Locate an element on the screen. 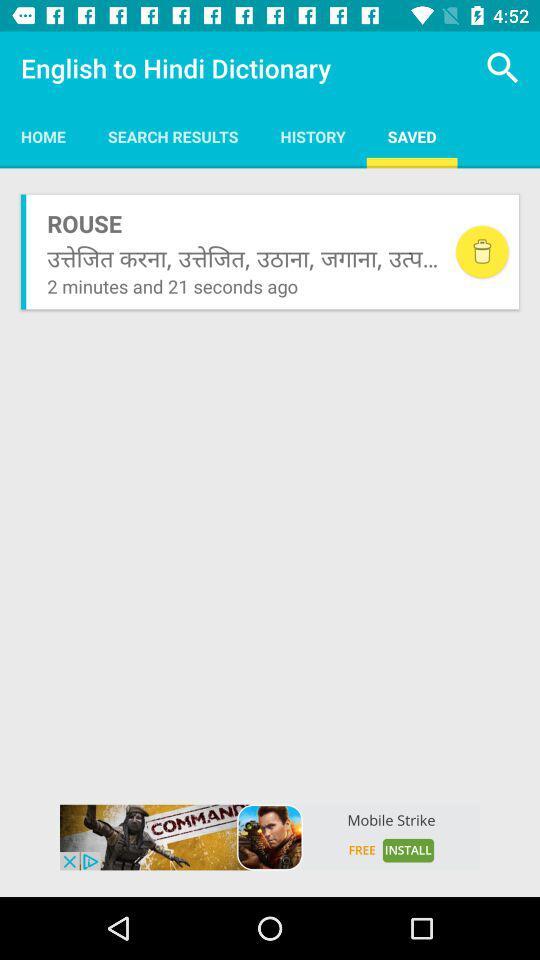  click on advertisement is located at coordinates (270, 837).